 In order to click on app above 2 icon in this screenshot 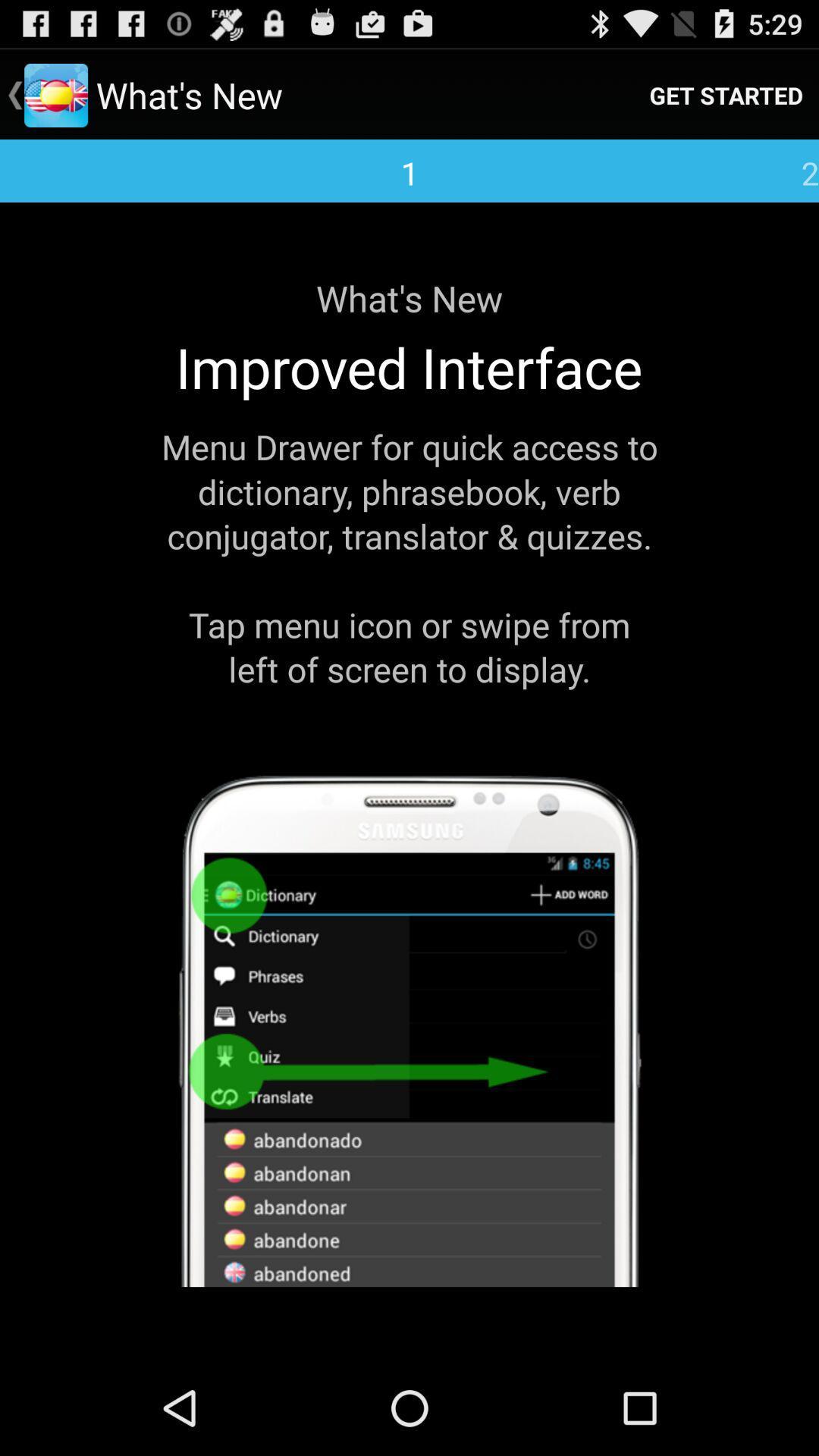, I will do `click(725, 94)`.